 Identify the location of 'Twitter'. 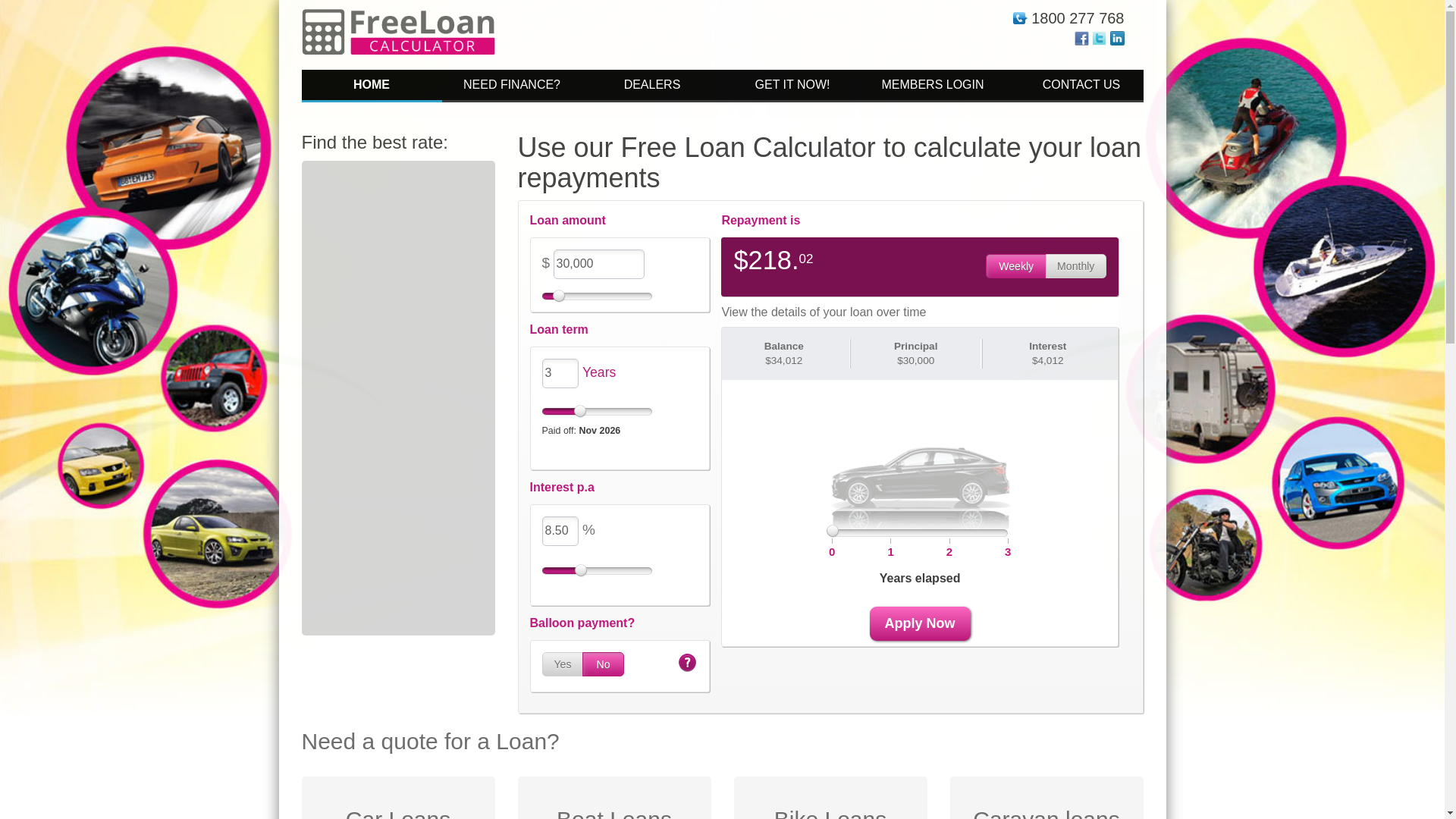
(1099, 36).